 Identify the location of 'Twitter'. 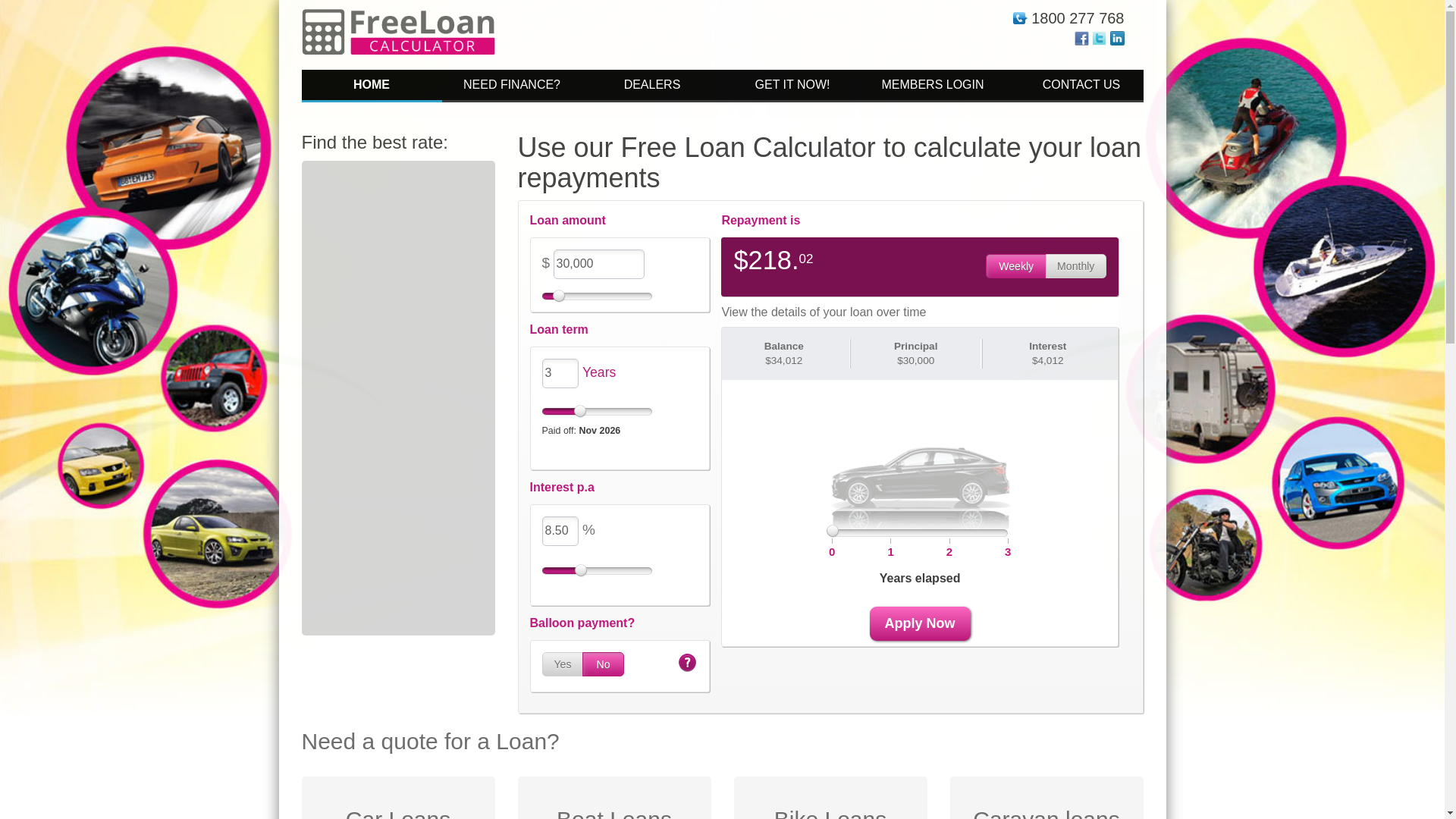
(1099, 36).